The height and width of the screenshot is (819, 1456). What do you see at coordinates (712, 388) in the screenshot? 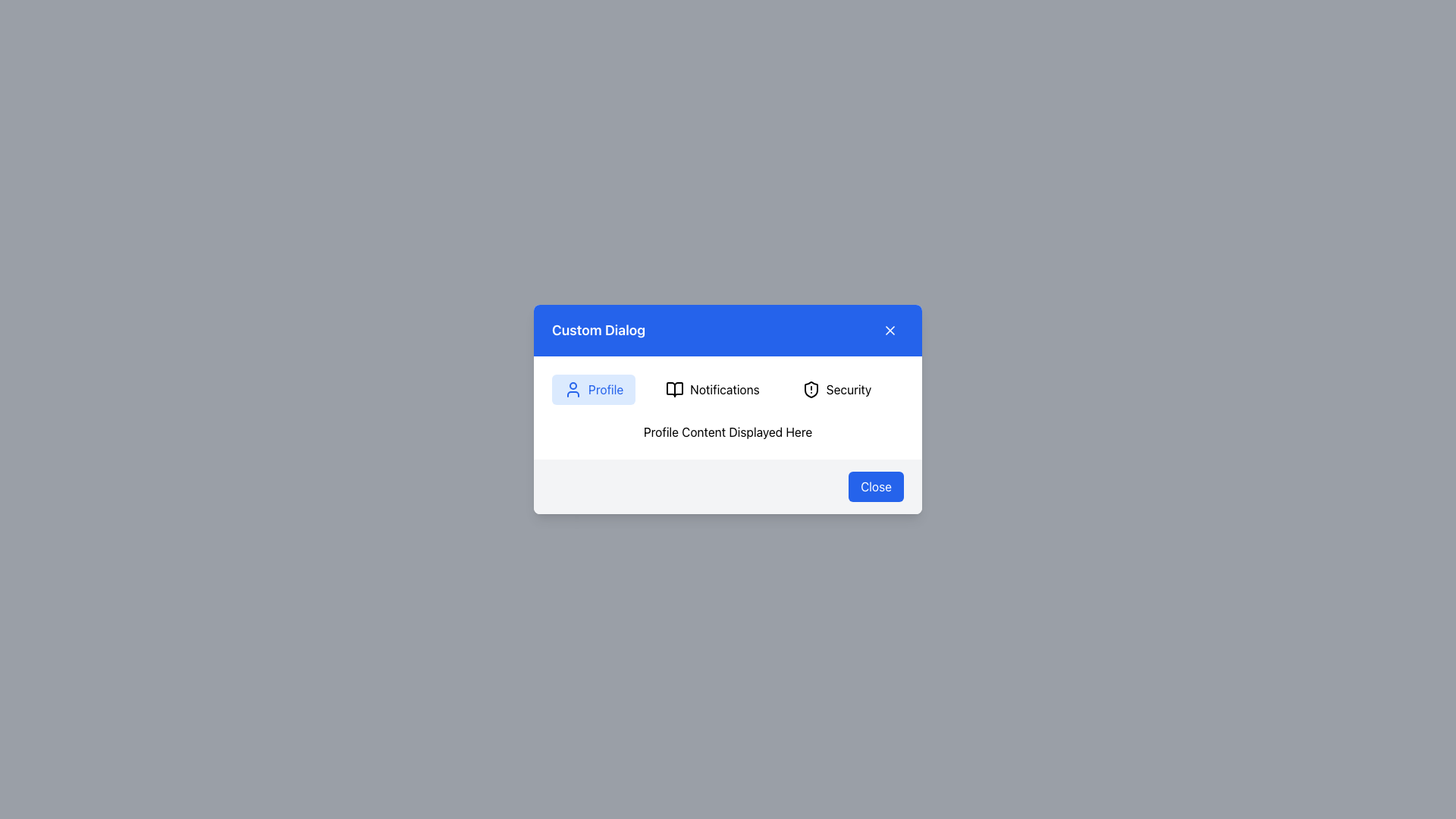
I see `the 'Notifications' button in the horizontal navigation bar` at bounding box center [712, 388].